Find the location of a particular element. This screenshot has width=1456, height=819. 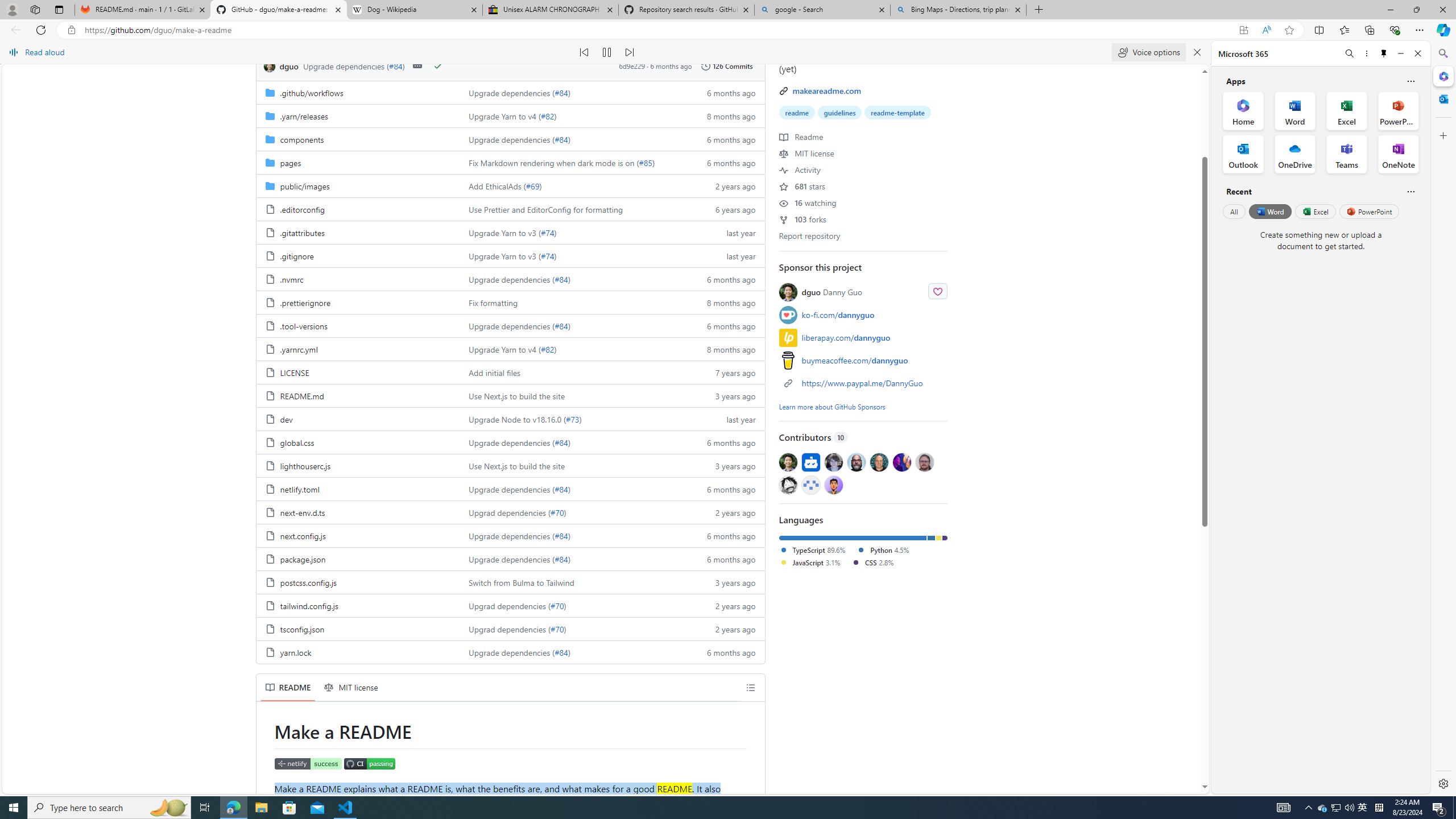

'.yarn/releases, (Directory)' is located at coordinates (357, 115).